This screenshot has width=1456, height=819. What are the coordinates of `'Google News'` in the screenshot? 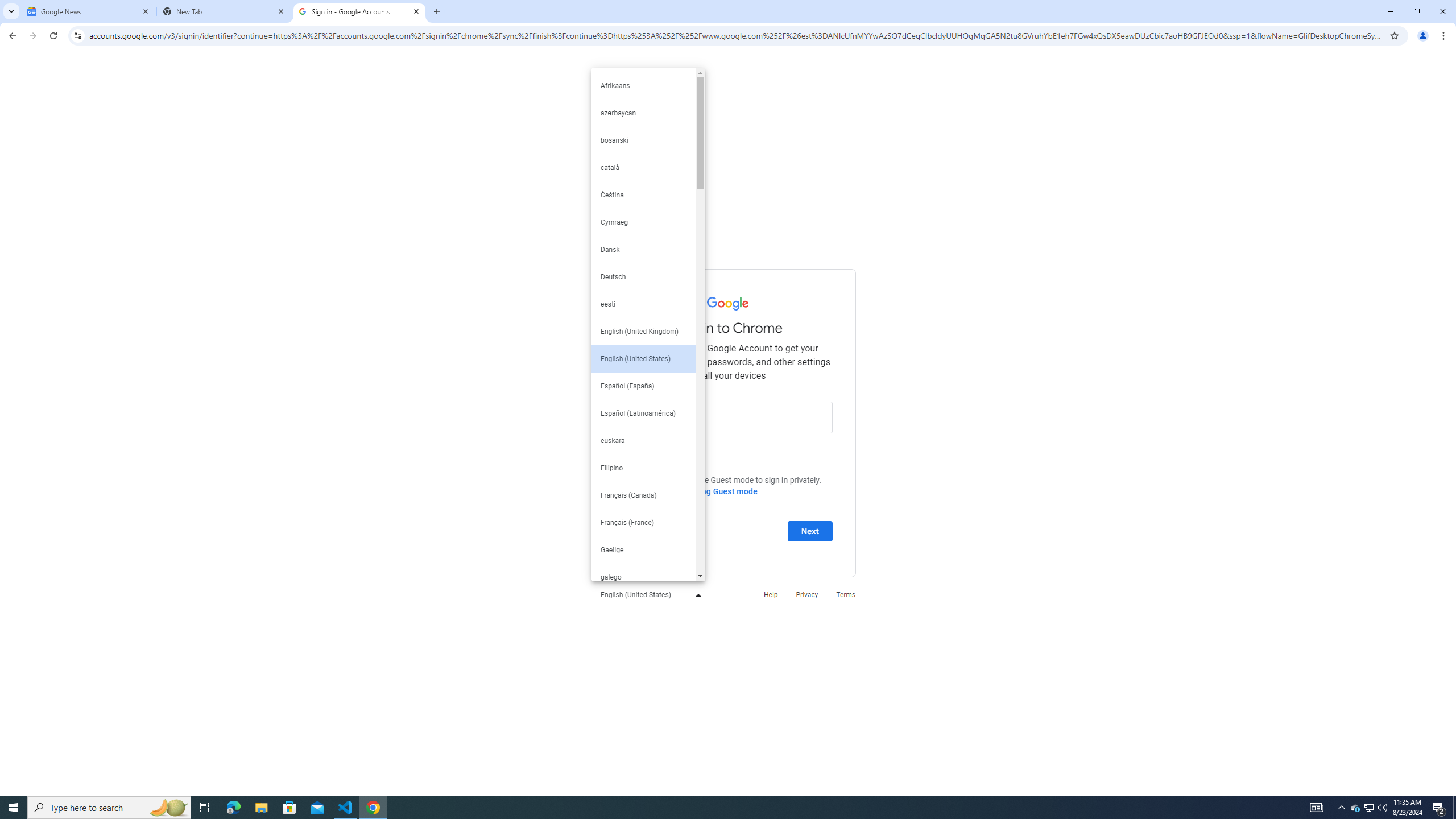 It's located at (88, 11).